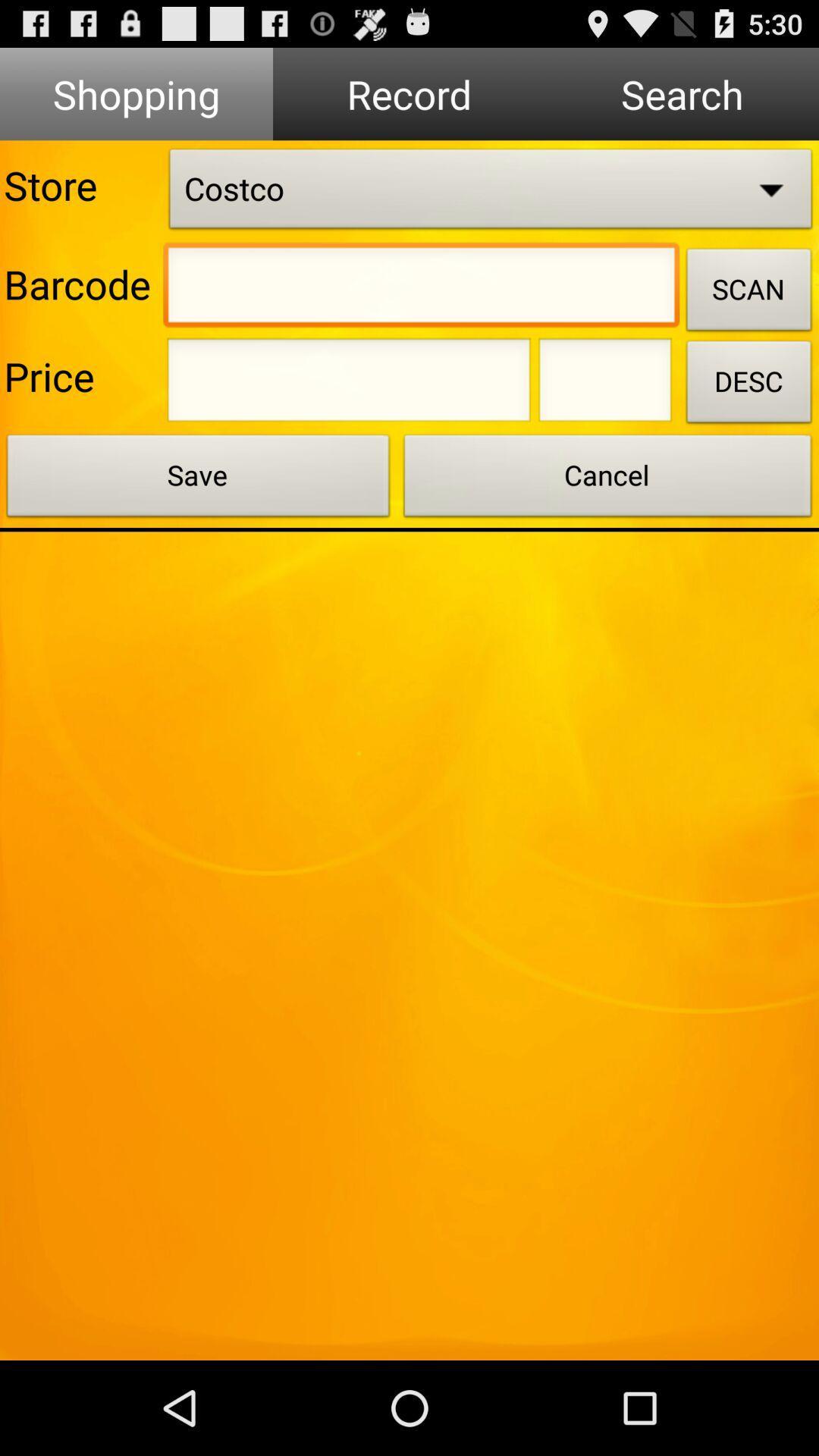  Describe the element at coordinates (604, 384) in the screenshot. I see `price` at that location.